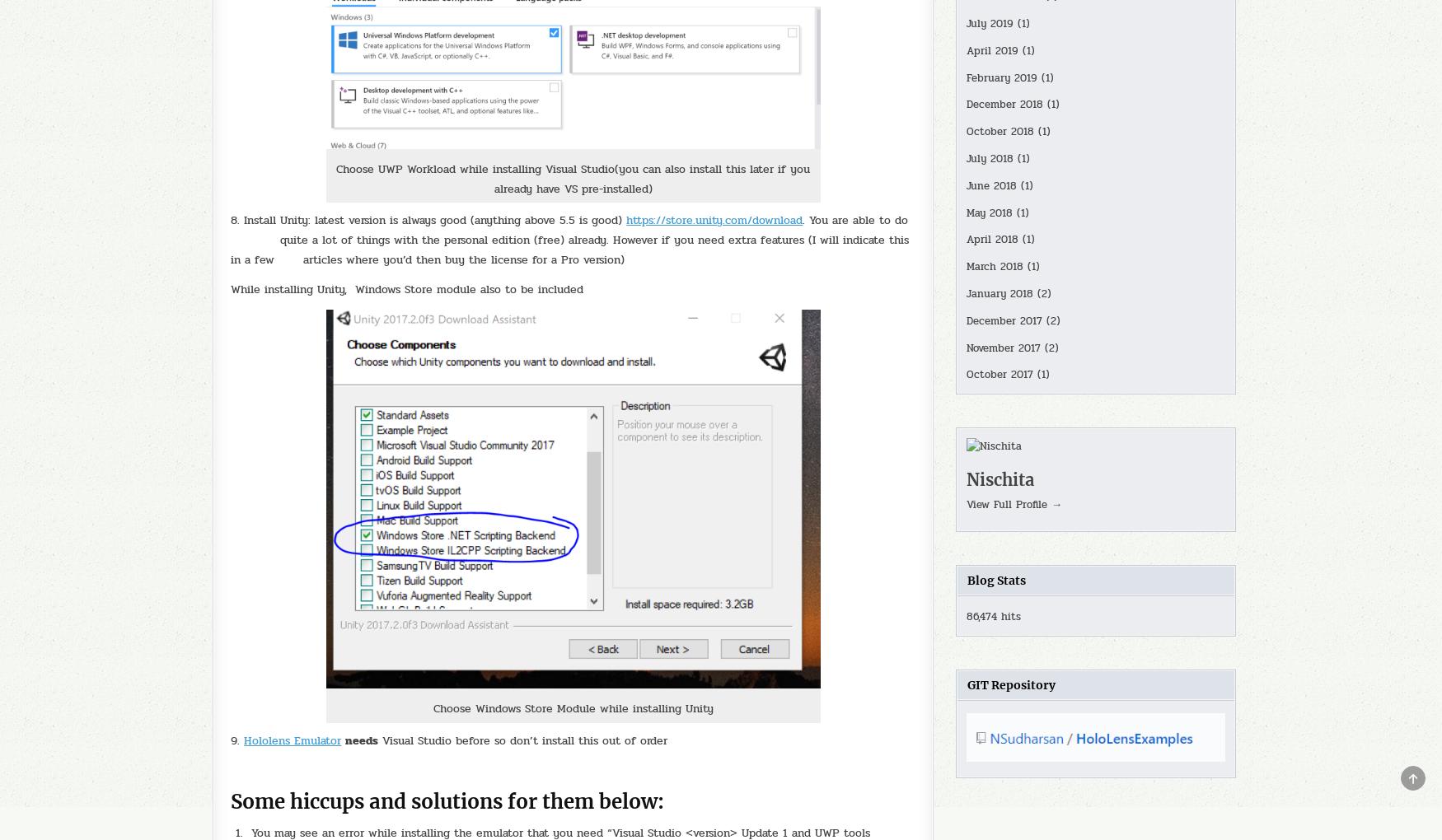 Image resolution: width=1442 pixels, height=840 pixels. I want to click on 'Some hiccups and solutions for them below:', so click(447, 800).